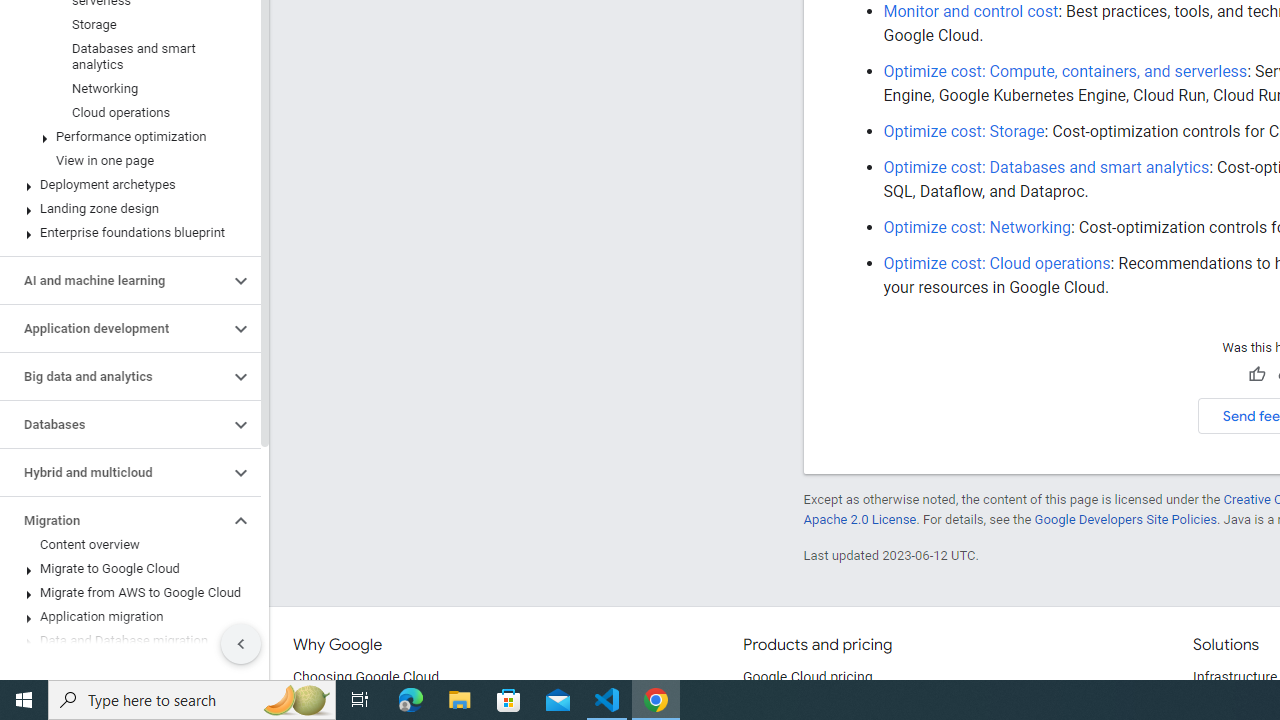 Image resolution: width=1280 pixels, height=720 pixels. What do you see at coordinates (1125, 518) in the screenshot?
I see `'Google Developers Site Policies'` at bounding box center [1125, 518].